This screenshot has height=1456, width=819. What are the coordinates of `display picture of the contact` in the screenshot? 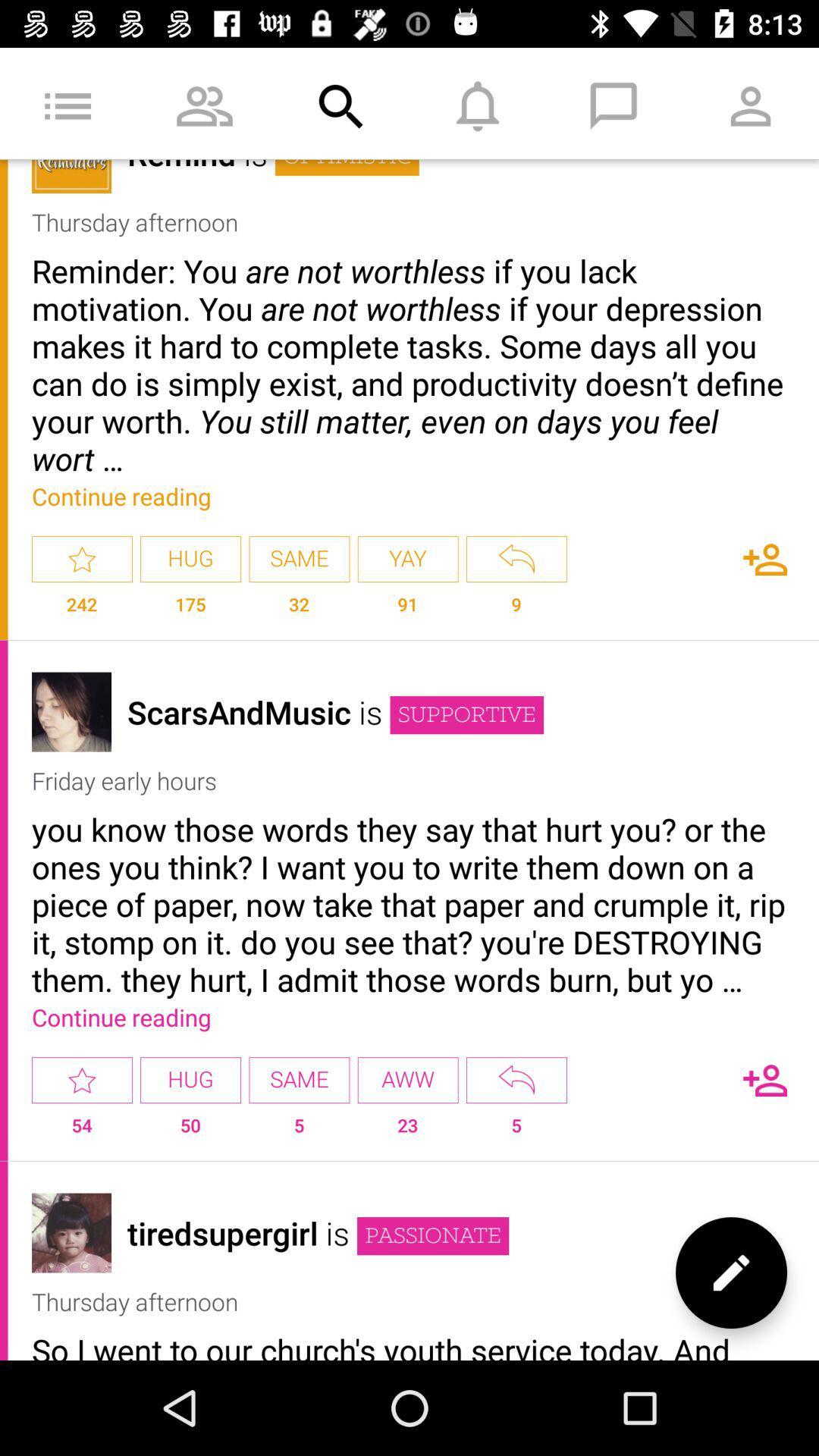 It's located at (71, 1233).